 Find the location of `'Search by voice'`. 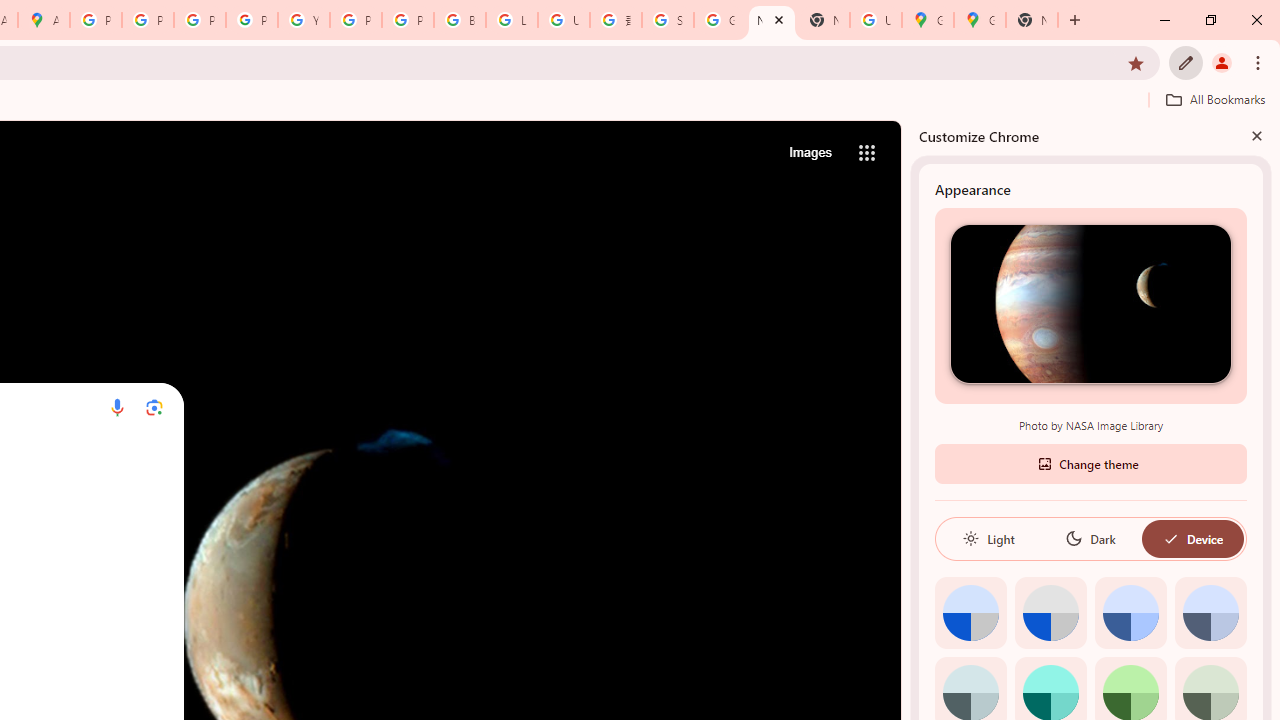

'Search by voice' is located at coordinates (116, 406).